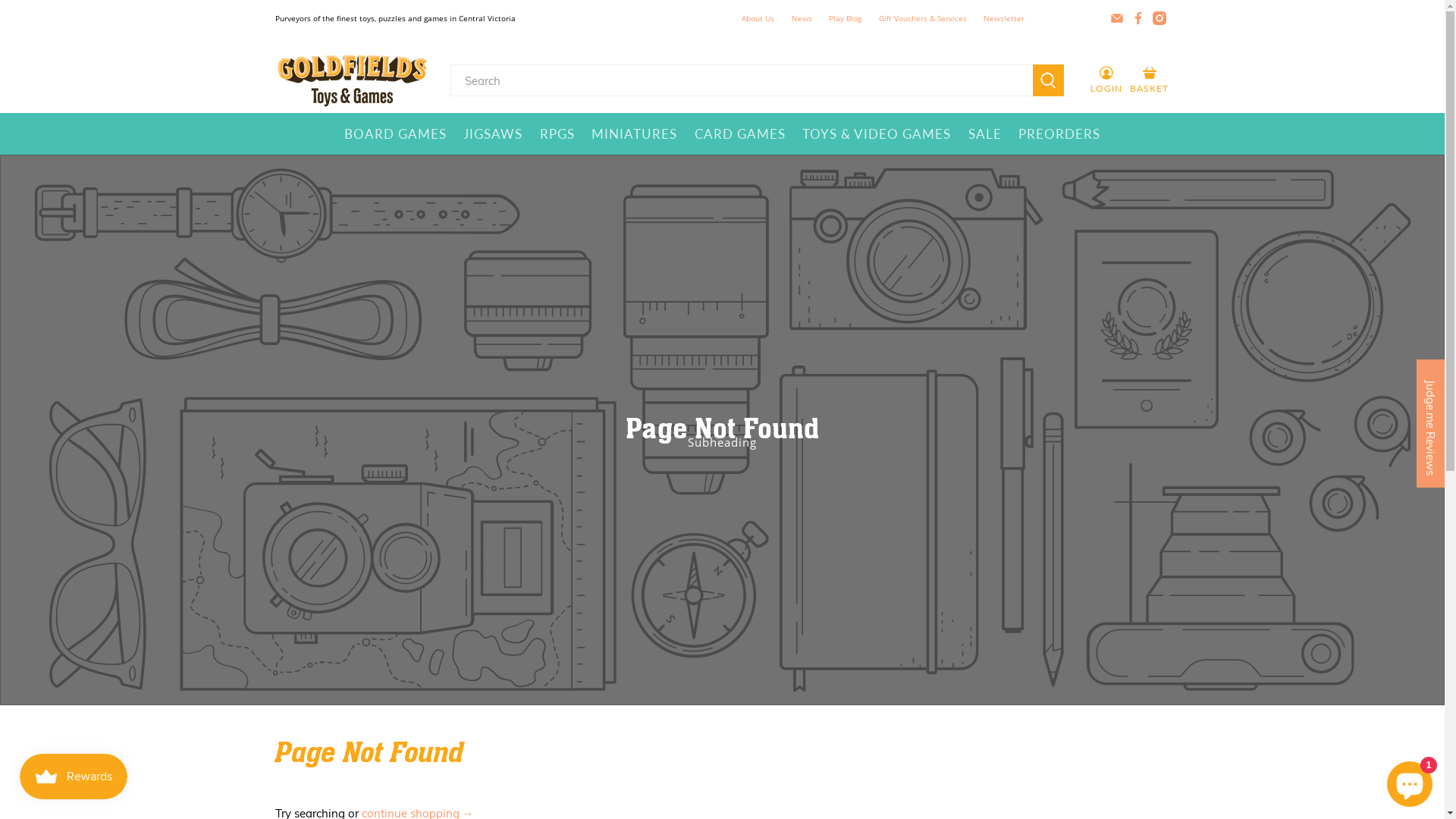  Describe the element at coordinates (922, 18) in the screenshot. I see `'Gift Vouchers & Services'` at that location.